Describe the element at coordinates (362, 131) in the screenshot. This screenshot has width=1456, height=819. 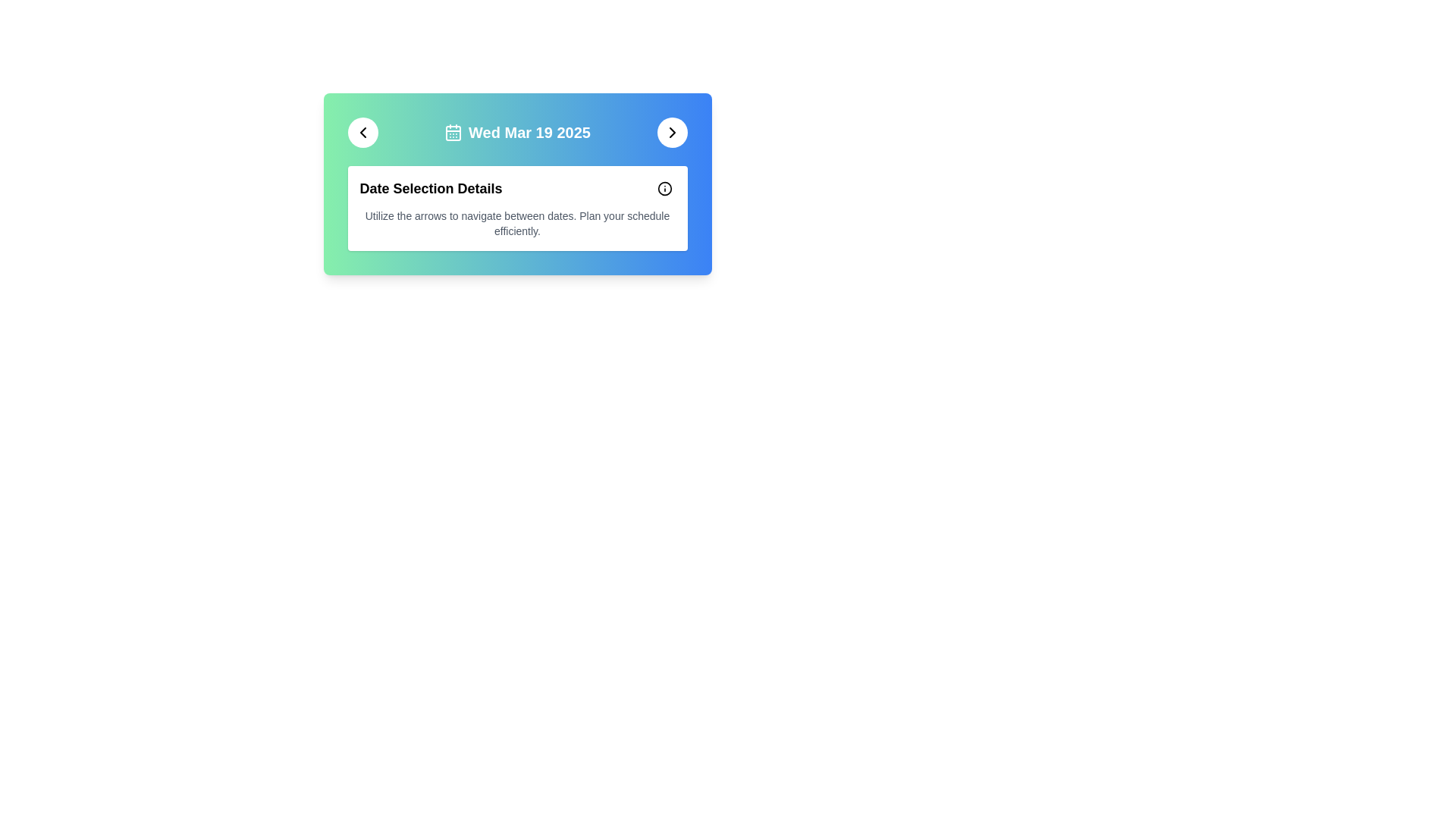
I see `the left-pointing chevron icon, which is the leftmost interactive icon on a circular button-like structure in a horizontal gradient bar` at that location.